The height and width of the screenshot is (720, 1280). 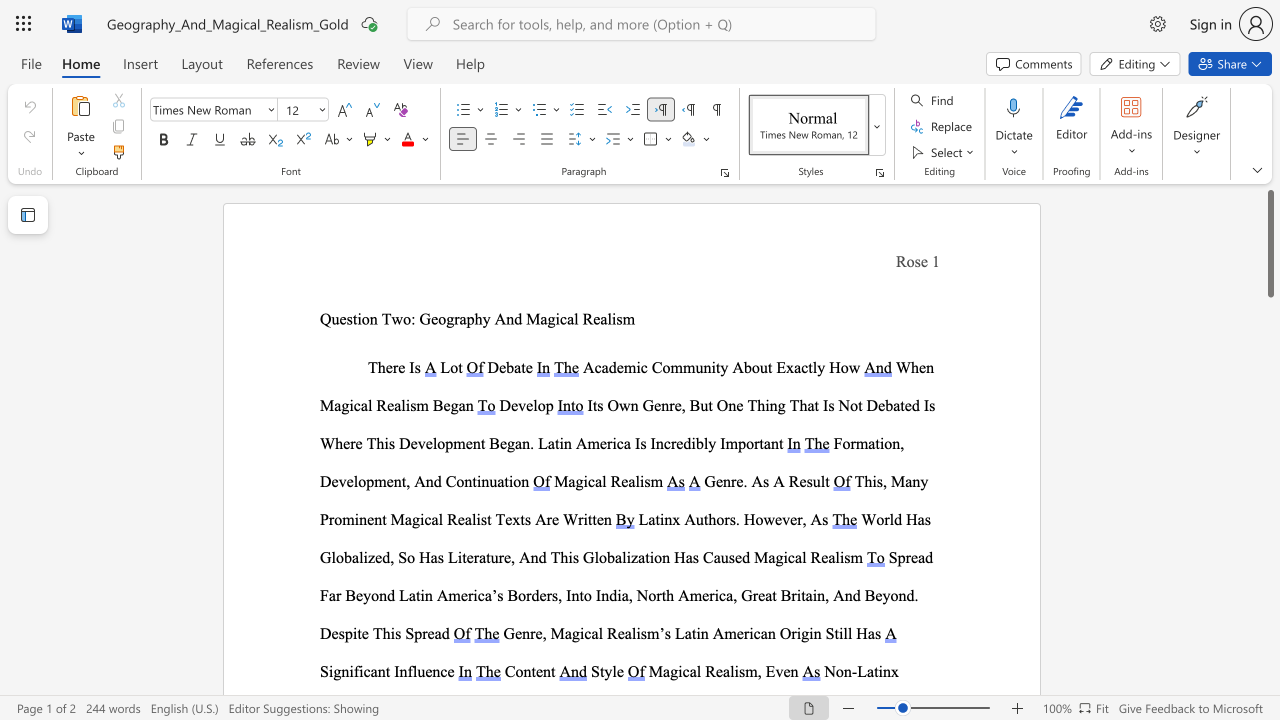 I want to click on the scrollbar to scroll downward, so click(x=1269, y=338).